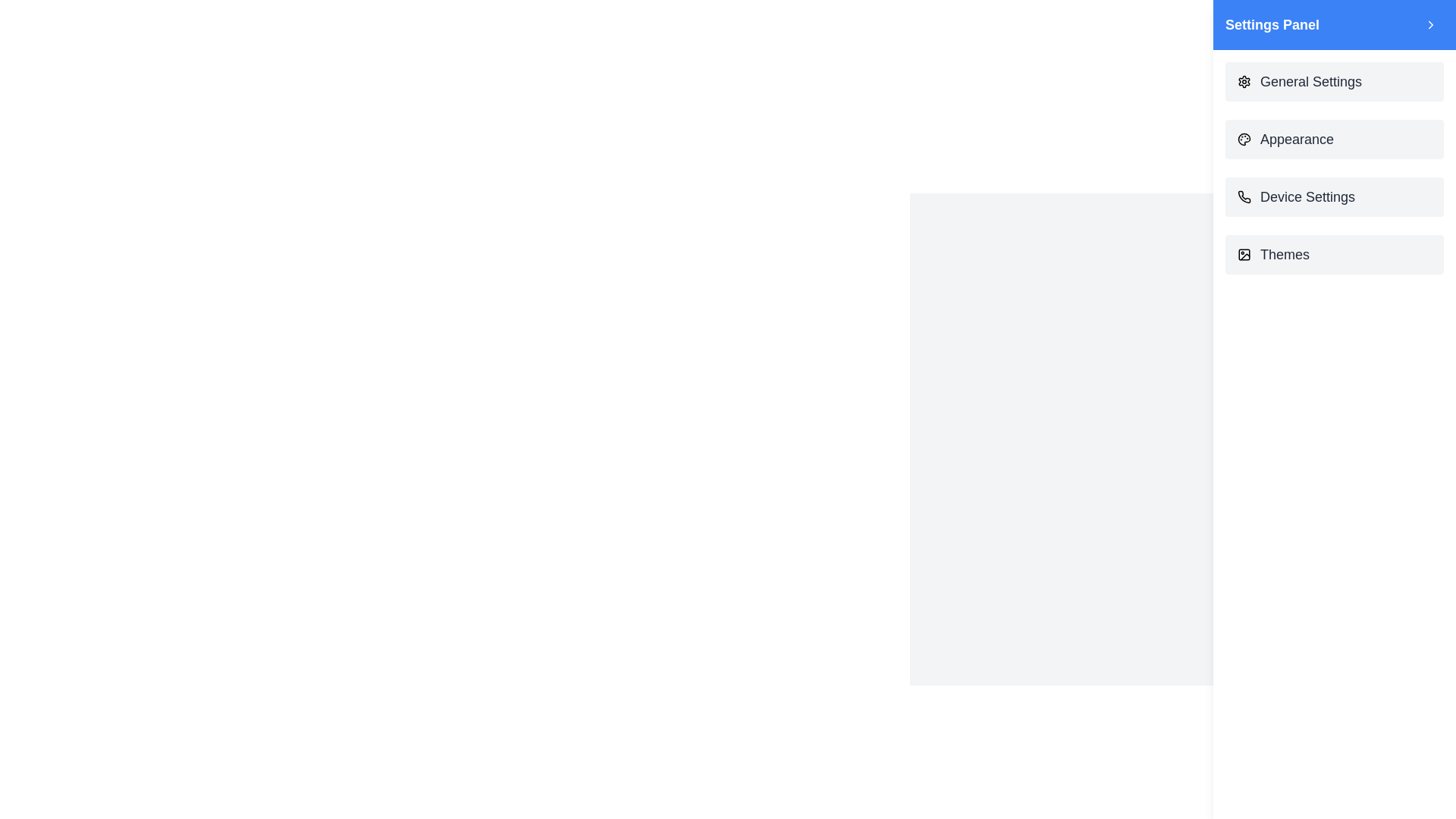  What do you see at coordinates (1244, 82) in the screenshot?
I see `the settings icon located in the top-right corner of the settings panel, which represents general settings and is adjacent to the text 'General Settings'` at bounding box center [1244, 82].